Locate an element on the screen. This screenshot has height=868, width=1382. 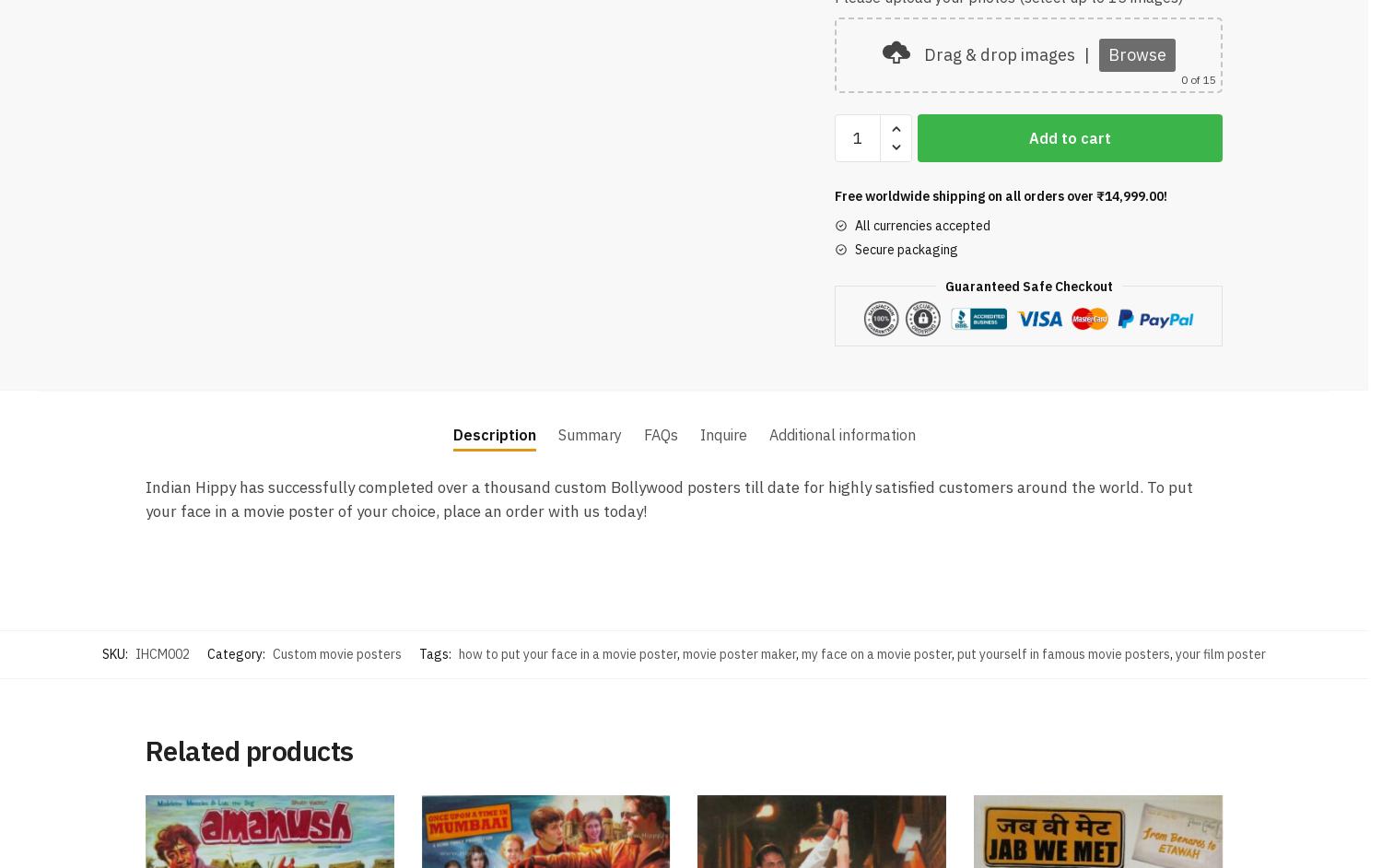
'IHCM002' is located at coordinates (162, 651).